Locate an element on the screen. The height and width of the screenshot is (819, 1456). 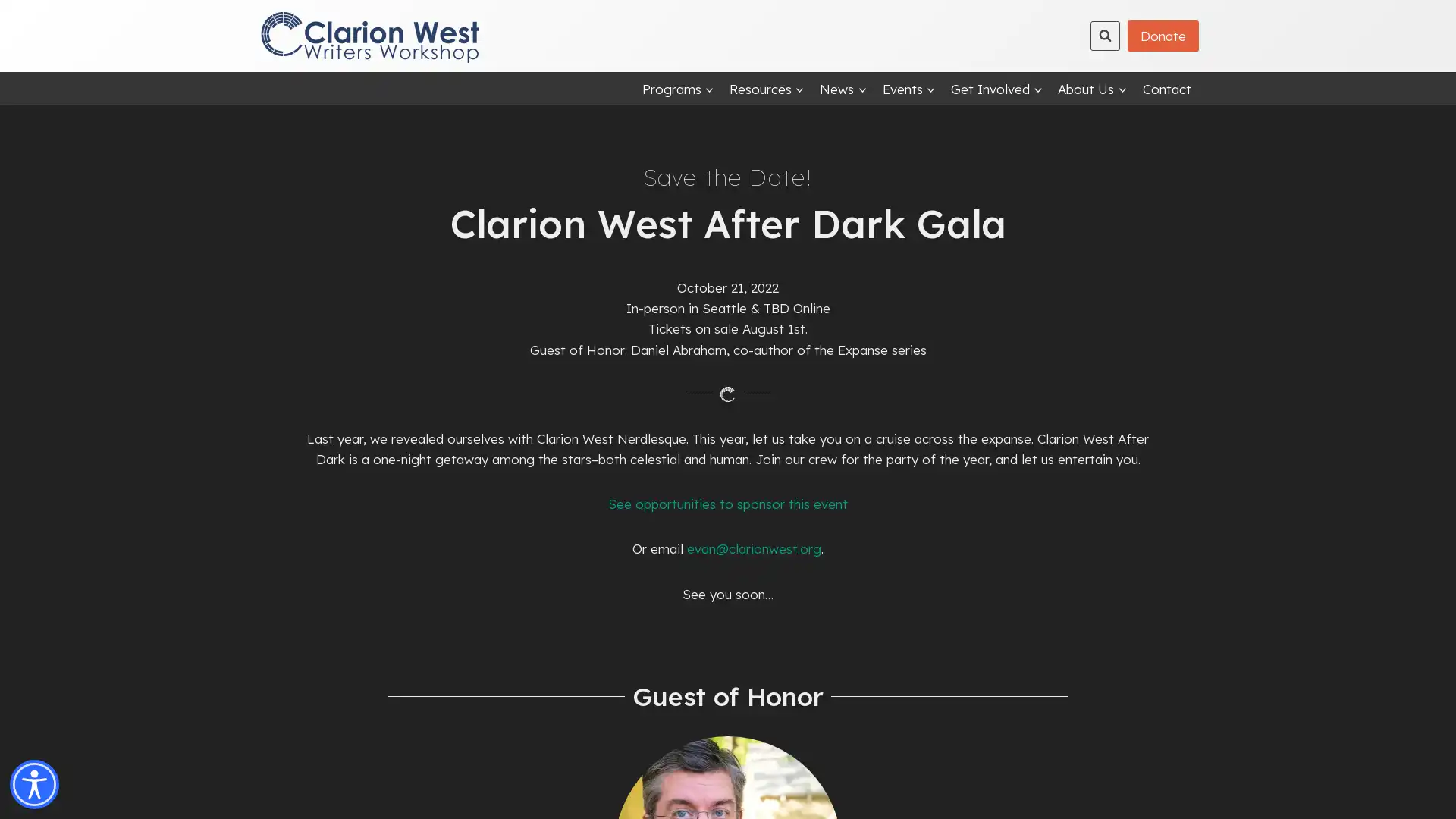
View Search Form is located at coordinates (1105, 34).